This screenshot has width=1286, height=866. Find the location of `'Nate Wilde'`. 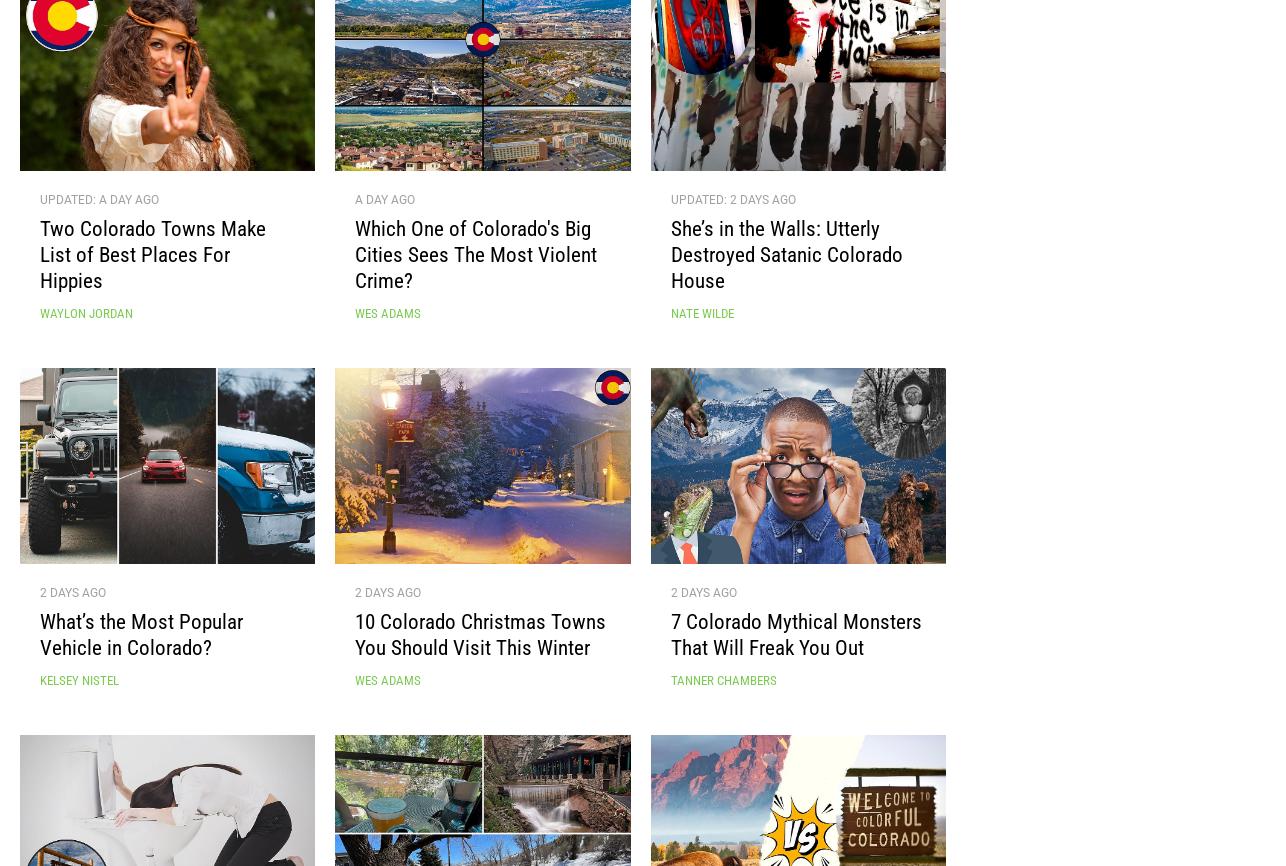

'Nate Wilde' is located at coordinates (701, 320).